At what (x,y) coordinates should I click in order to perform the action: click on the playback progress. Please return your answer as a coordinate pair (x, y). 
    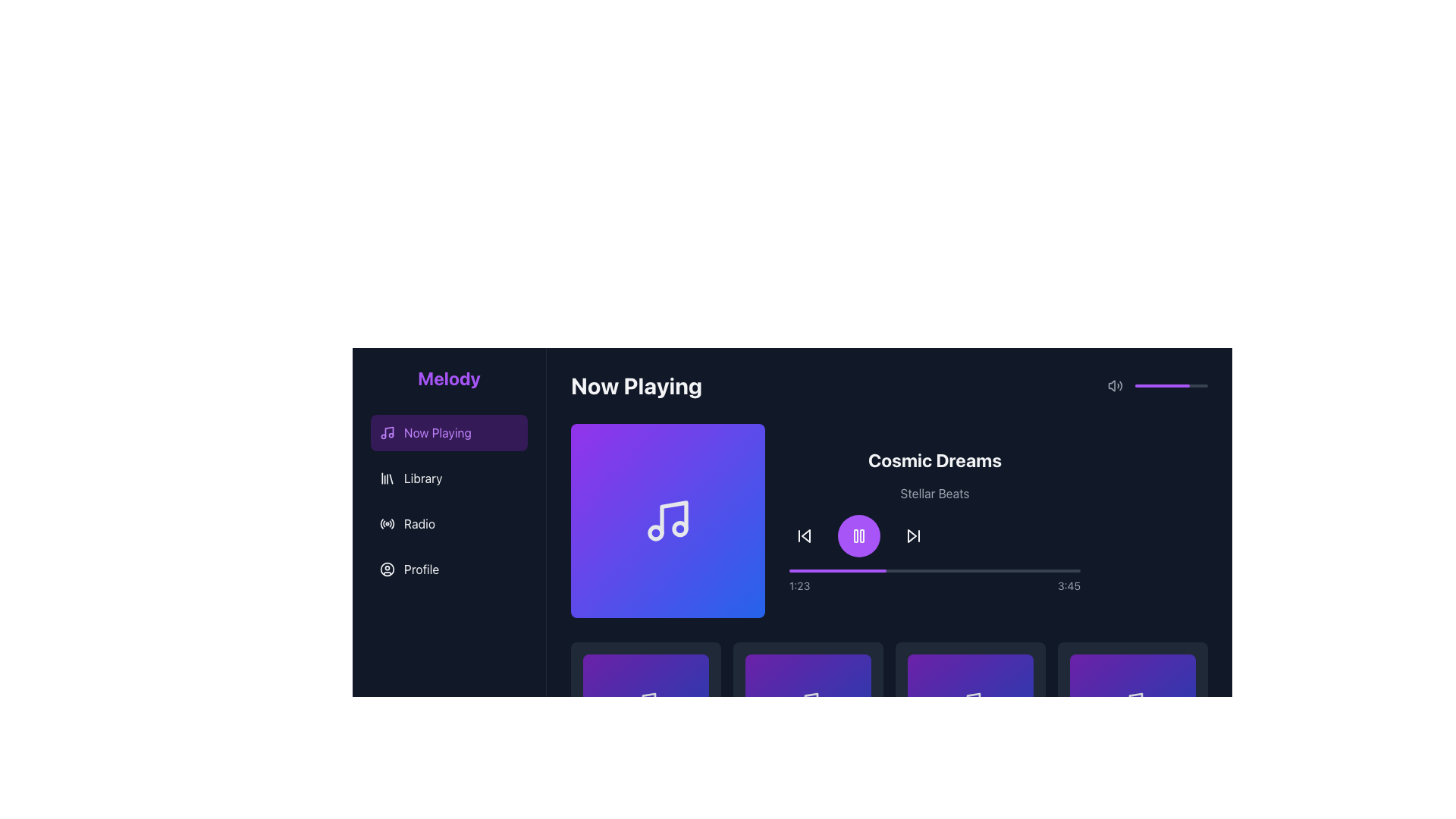
    Looking at the image, I should click on (1065, 570).